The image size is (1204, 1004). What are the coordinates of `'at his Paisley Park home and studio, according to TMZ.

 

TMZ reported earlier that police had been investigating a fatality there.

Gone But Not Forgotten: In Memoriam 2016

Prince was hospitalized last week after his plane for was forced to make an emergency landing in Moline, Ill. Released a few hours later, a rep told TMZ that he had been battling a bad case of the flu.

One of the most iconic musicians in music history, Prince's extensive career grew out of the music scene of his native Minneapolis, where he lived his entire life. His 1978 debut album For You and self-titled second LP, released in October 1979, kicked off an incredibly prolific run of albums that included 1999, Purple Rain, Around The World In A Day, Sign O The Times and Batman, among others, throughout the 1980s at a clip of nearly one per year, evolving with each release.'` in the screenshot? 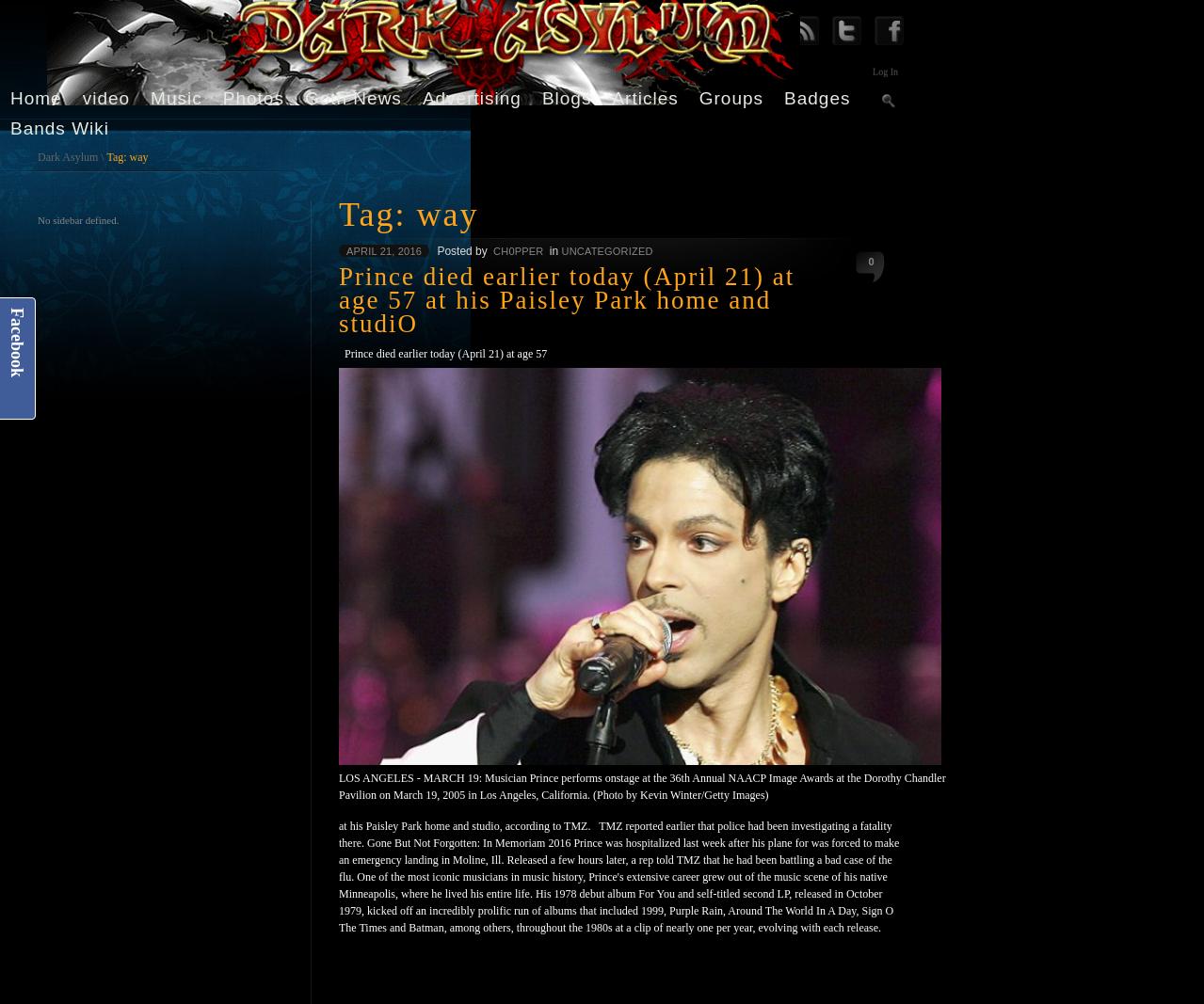 It's located at (618, 877).